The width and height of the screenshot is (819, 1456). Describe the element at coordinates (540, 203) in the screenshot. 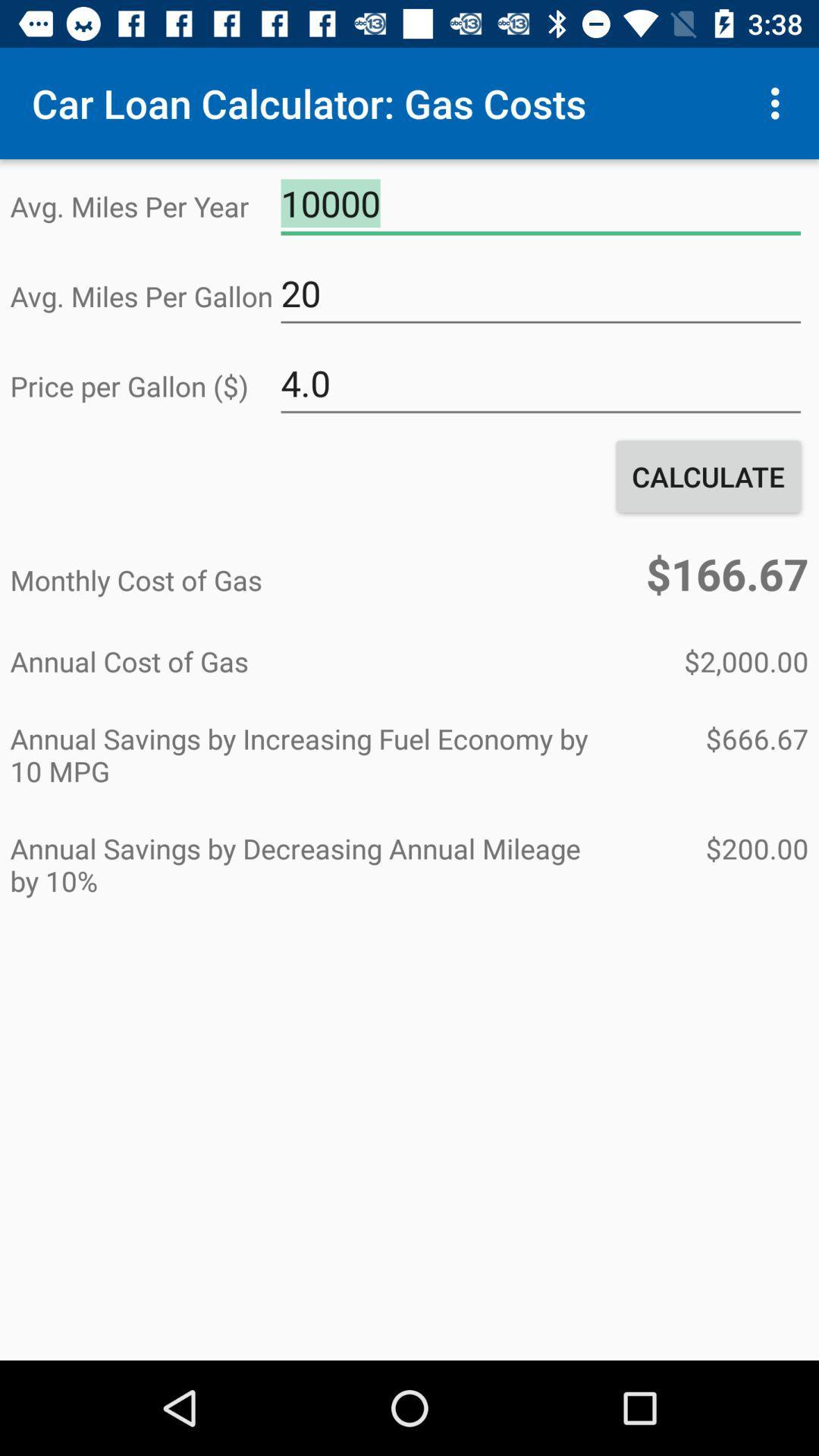

I see `the icon to the right of the avg miles per` at that location.